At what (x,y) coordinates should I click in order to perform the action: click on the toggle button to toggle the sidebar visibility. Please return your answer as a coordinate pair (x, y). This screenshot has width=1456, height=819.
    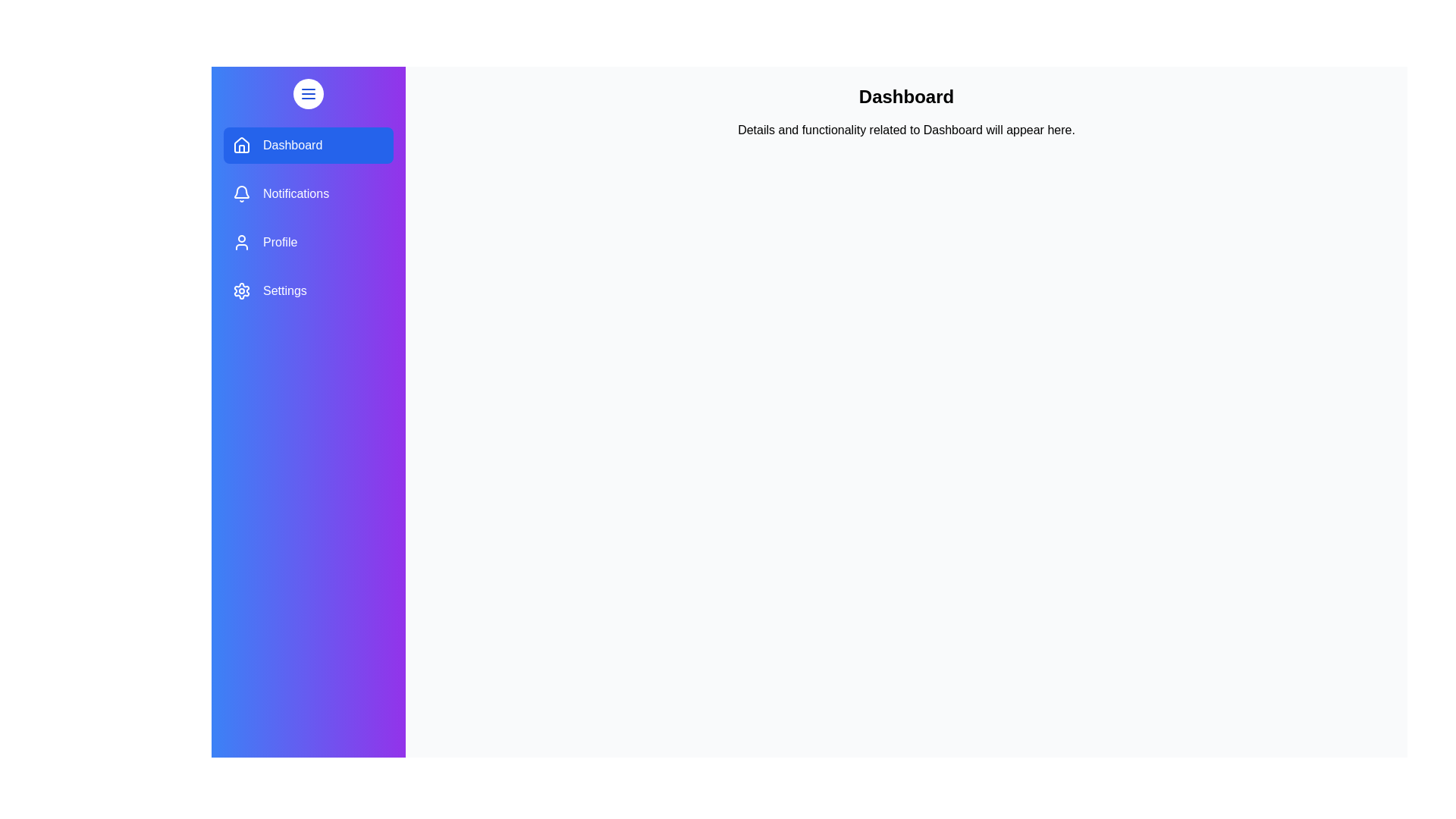
    Looking at the image, I should click on (308, 93).